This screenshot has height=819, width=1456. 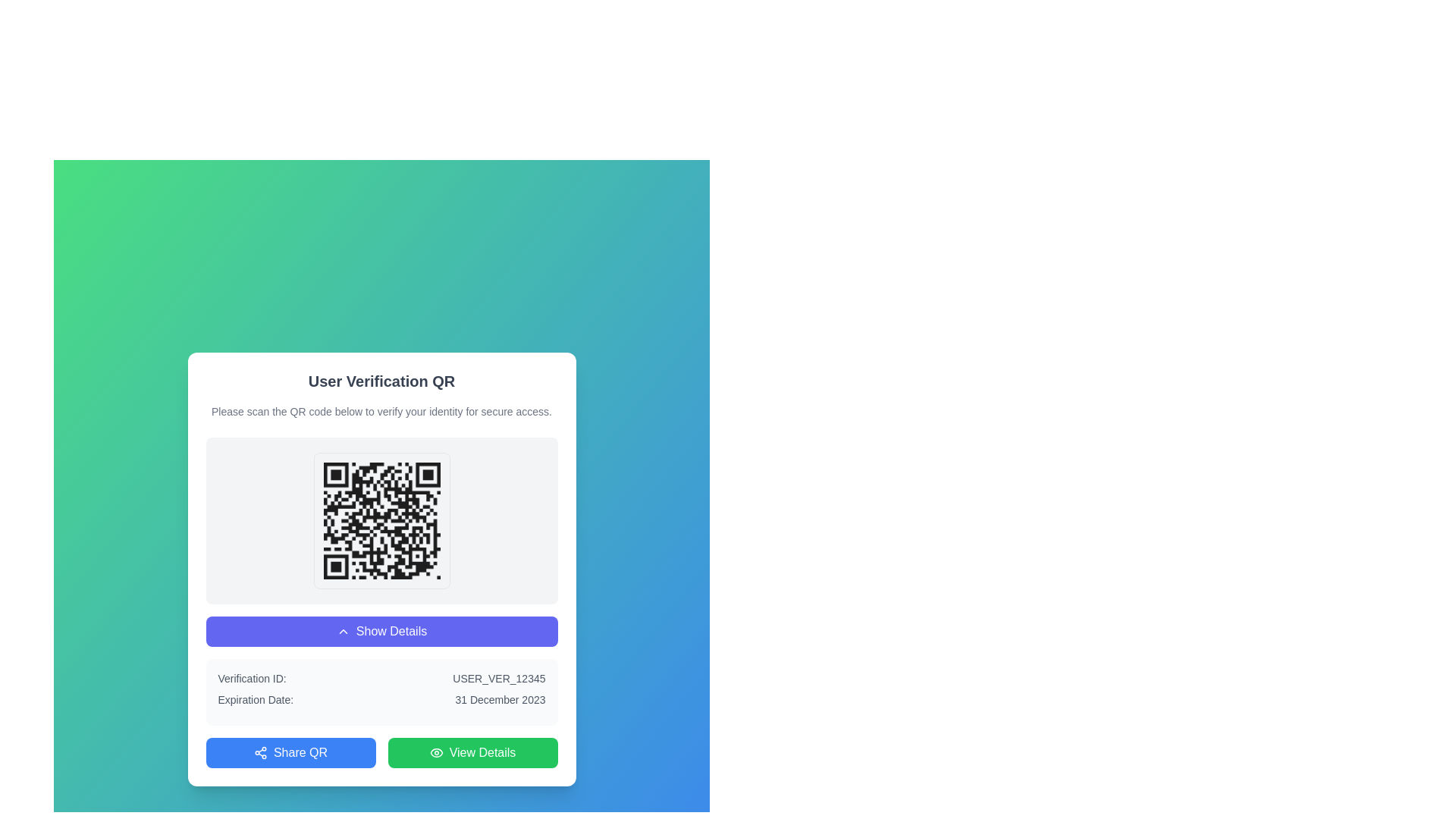 I want to click on the icon located inside the 'View Details' button, positioned on the left side of the button text, so click(x=435, y=752).